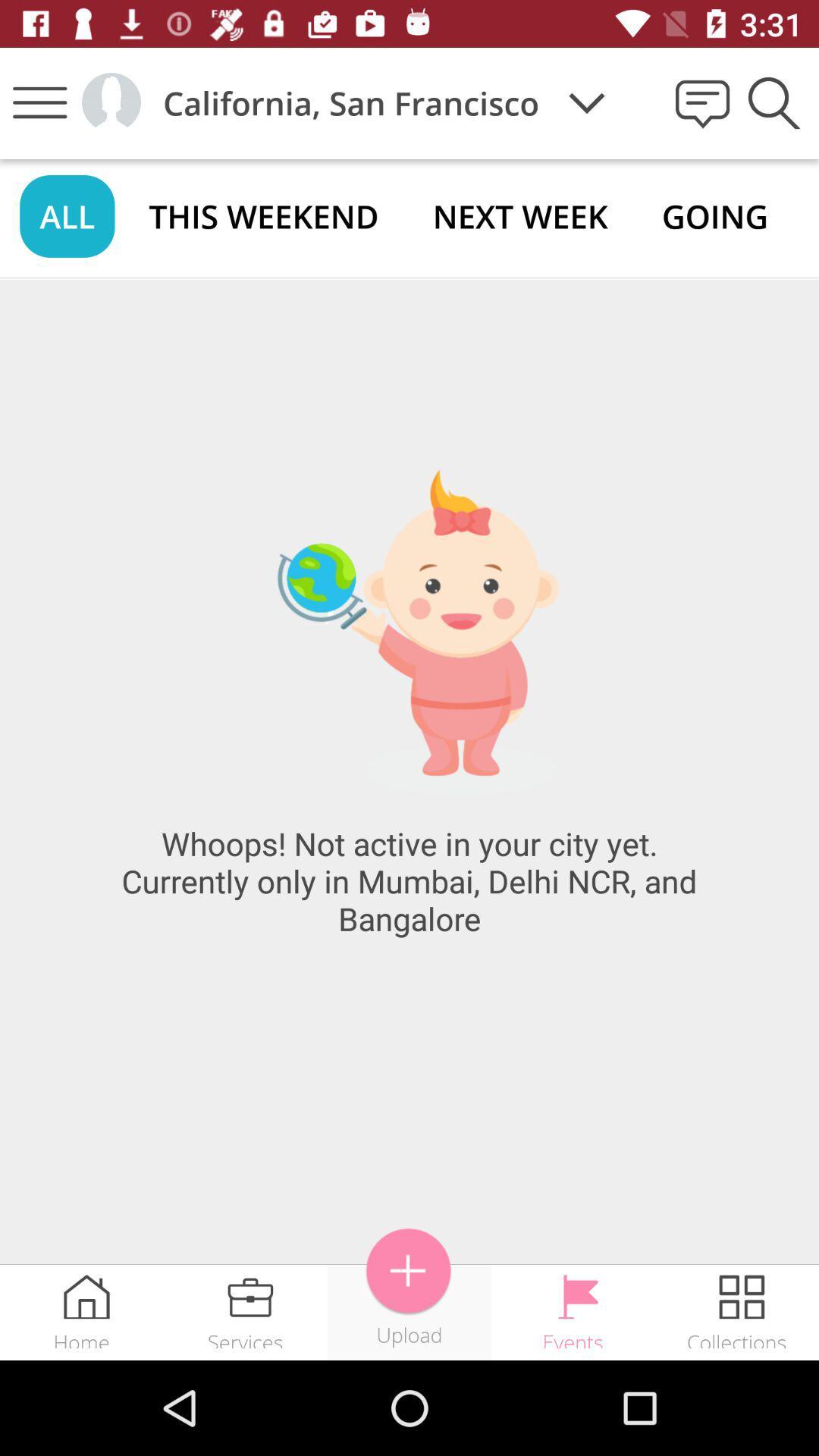 Image resolution: width=819 pixels, height=1456 pixels. Describe the element at coordinates (408, 1271) in the screenshot. I see `icon next to services icon` at that location.